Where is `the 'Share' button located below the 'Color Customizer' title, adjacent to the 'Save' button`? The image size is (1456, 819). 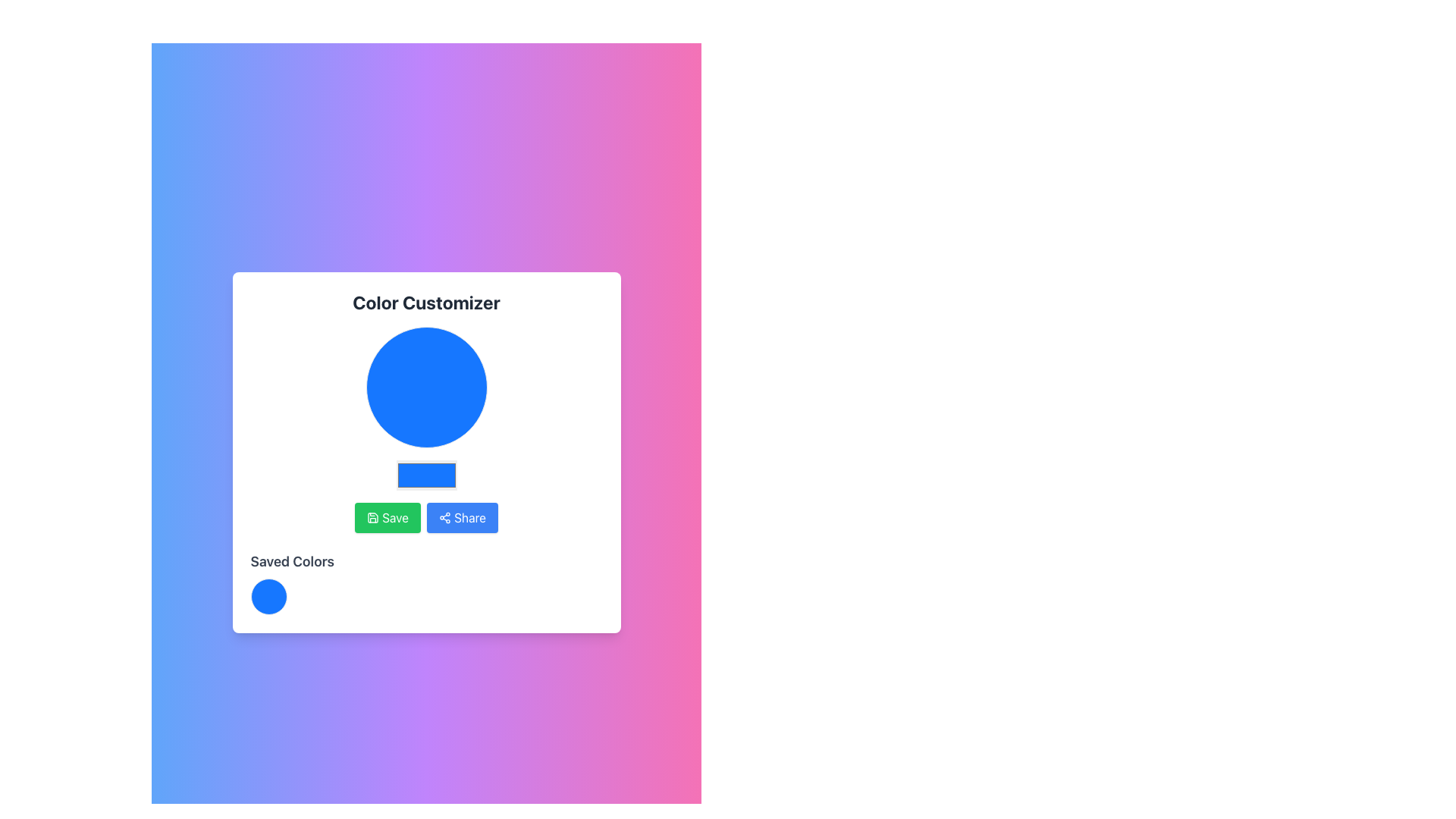 the 'Share' button located below the 'Color Customizer' title, adjacent to the 'Save' button is located at coordinates (461, 516).